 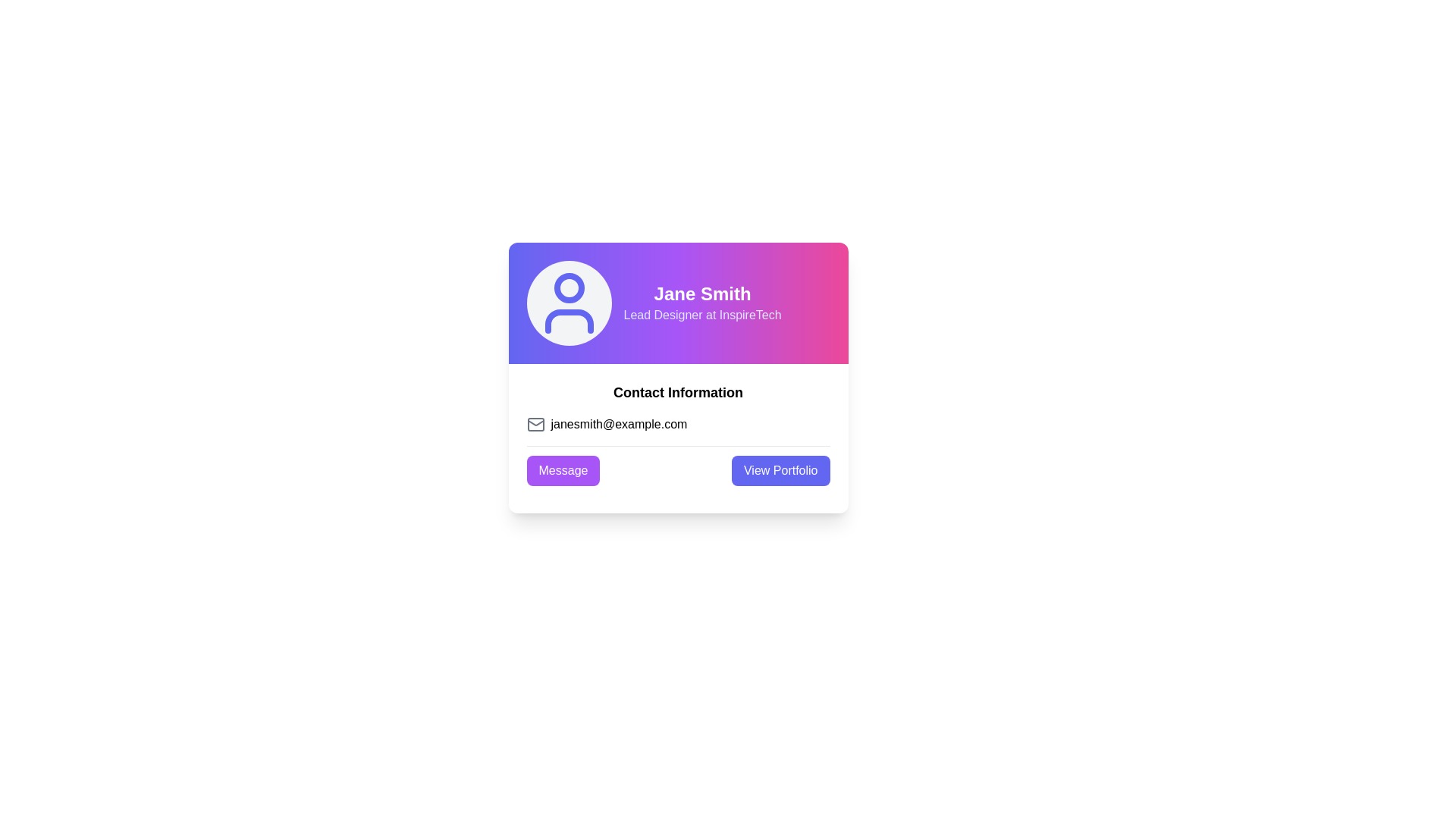 I want to click on the text block displaying the user's name and title, located at the upper center of the card layout, right of the user icon, so click(x=701, y=303).